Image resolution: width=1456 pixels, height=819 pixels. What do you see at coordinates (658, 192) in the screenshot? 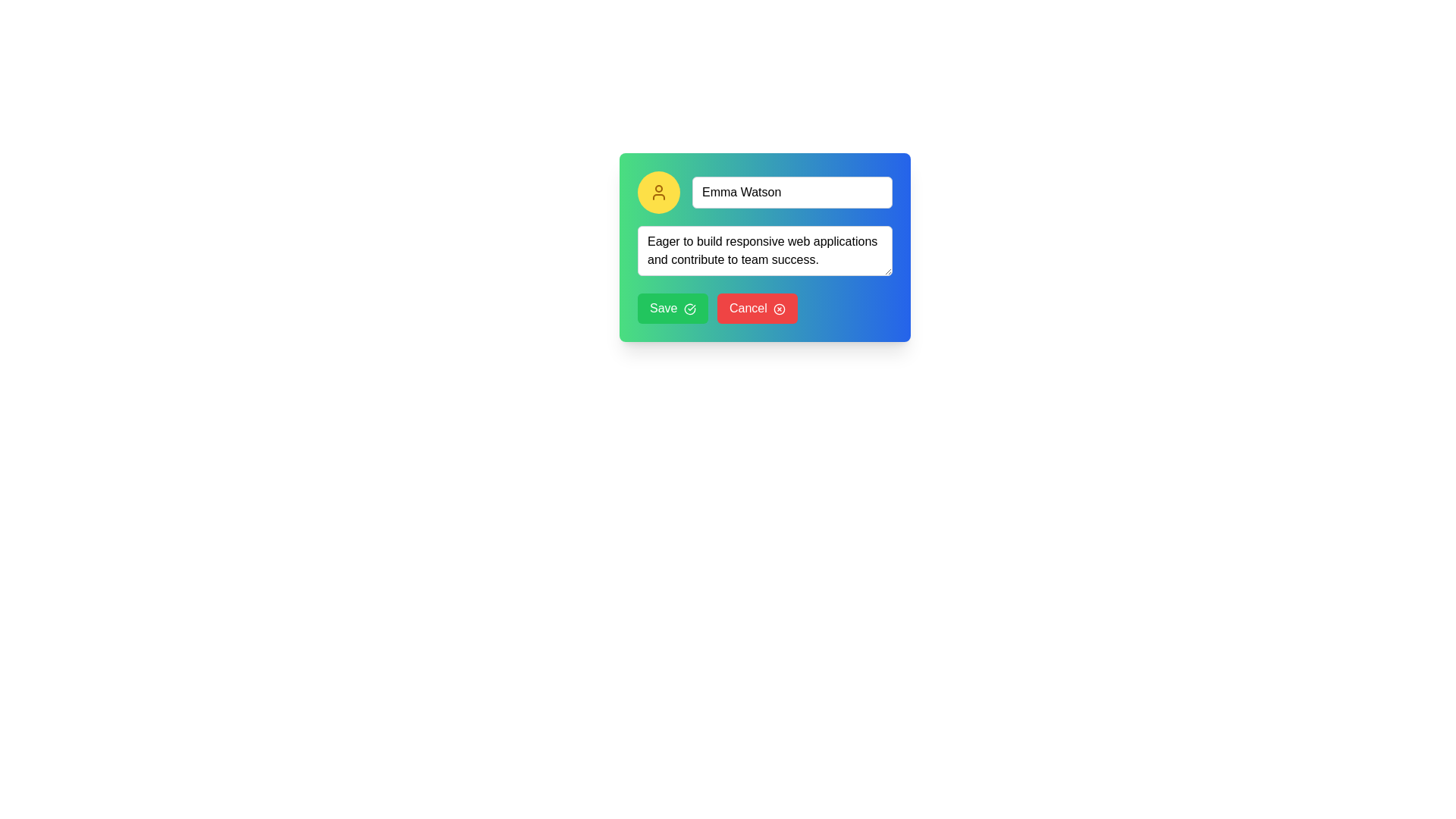
I see `the user silhouette icon with a bright yellow circular background located to the left of the 'Emma Watson' text input field` at bounding box center [658, 192].